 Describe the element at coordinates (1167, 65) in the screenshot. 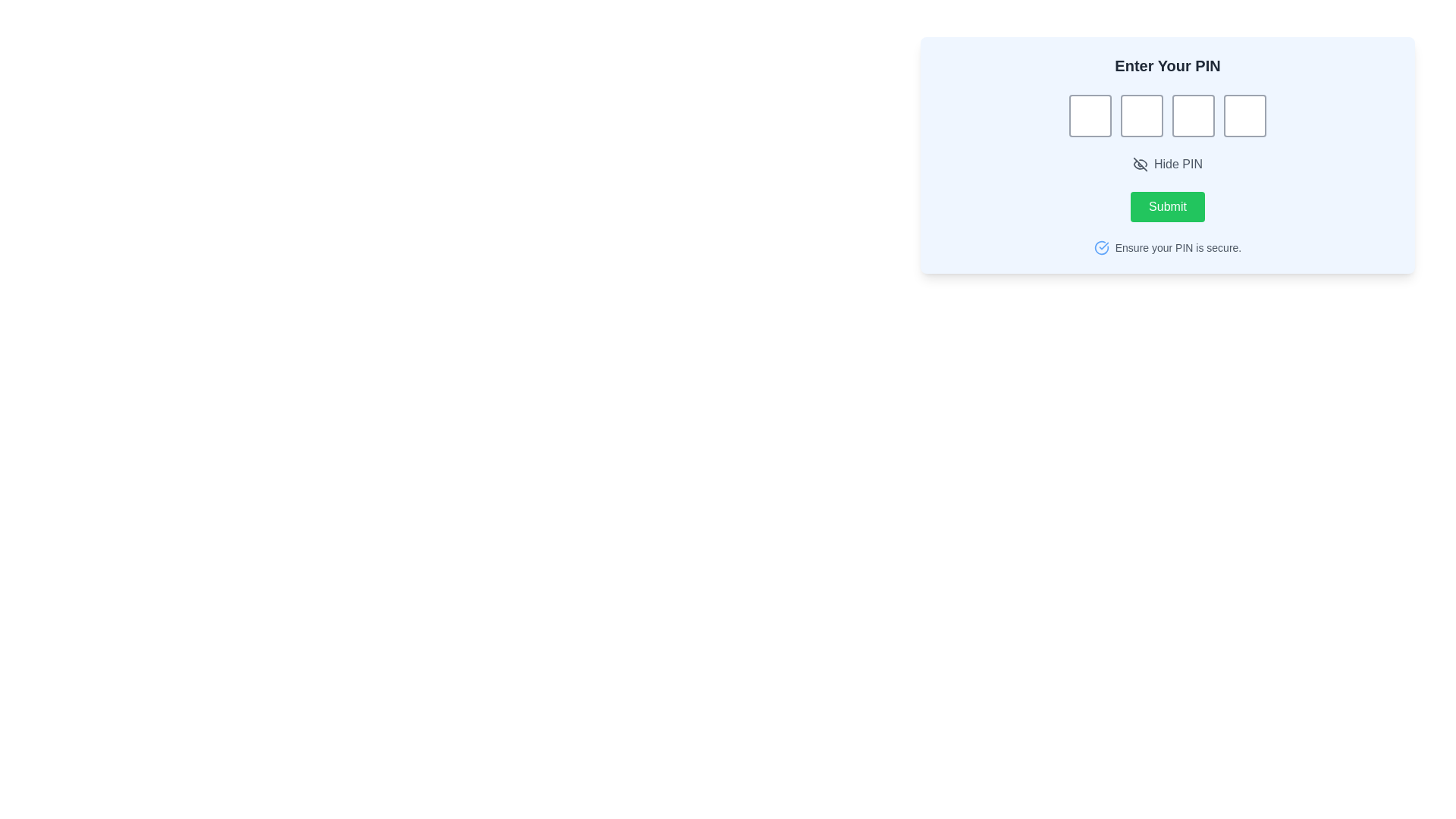

I see `the static text label that instructs the user to enter their PIN, which is centrally aligned at the top of the interface` at that location.